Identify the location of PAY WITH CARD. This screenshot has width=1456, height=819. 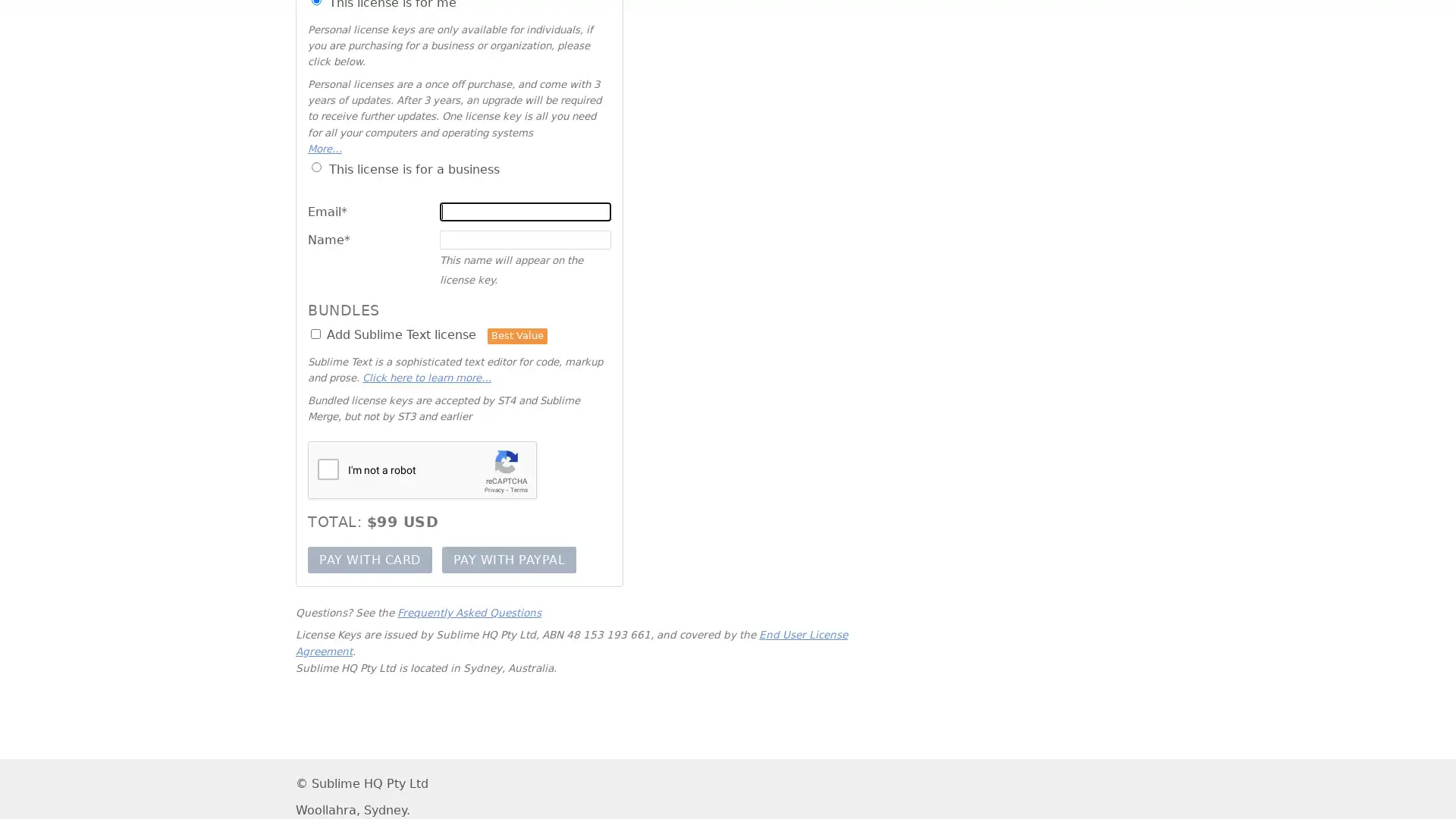
(369, 559).